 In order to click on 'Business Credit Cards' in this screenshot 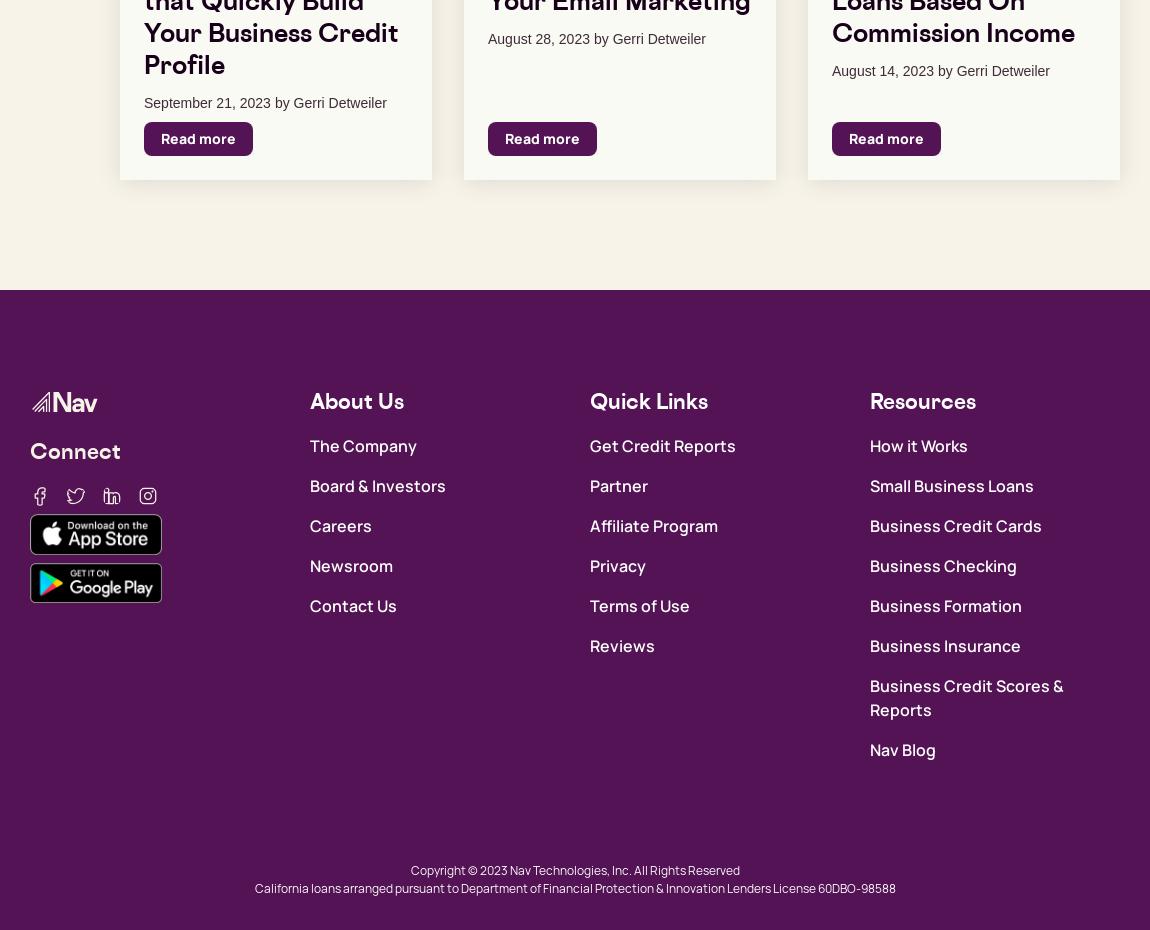, I will do `click(955, 525)`.